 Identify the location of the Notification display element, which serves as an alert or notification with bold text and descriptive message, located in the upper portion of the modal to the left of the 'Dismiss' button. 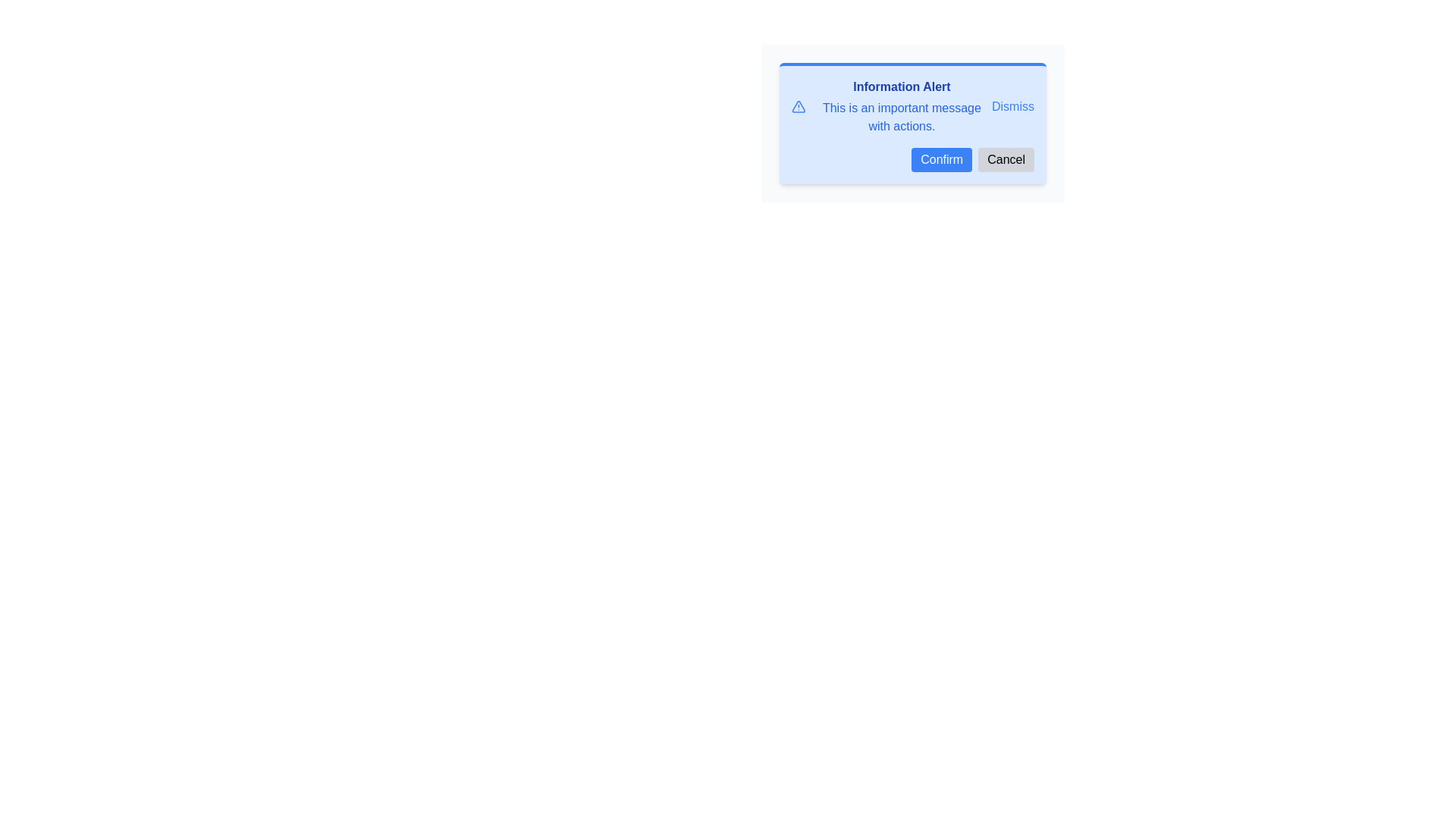
(892, 106).